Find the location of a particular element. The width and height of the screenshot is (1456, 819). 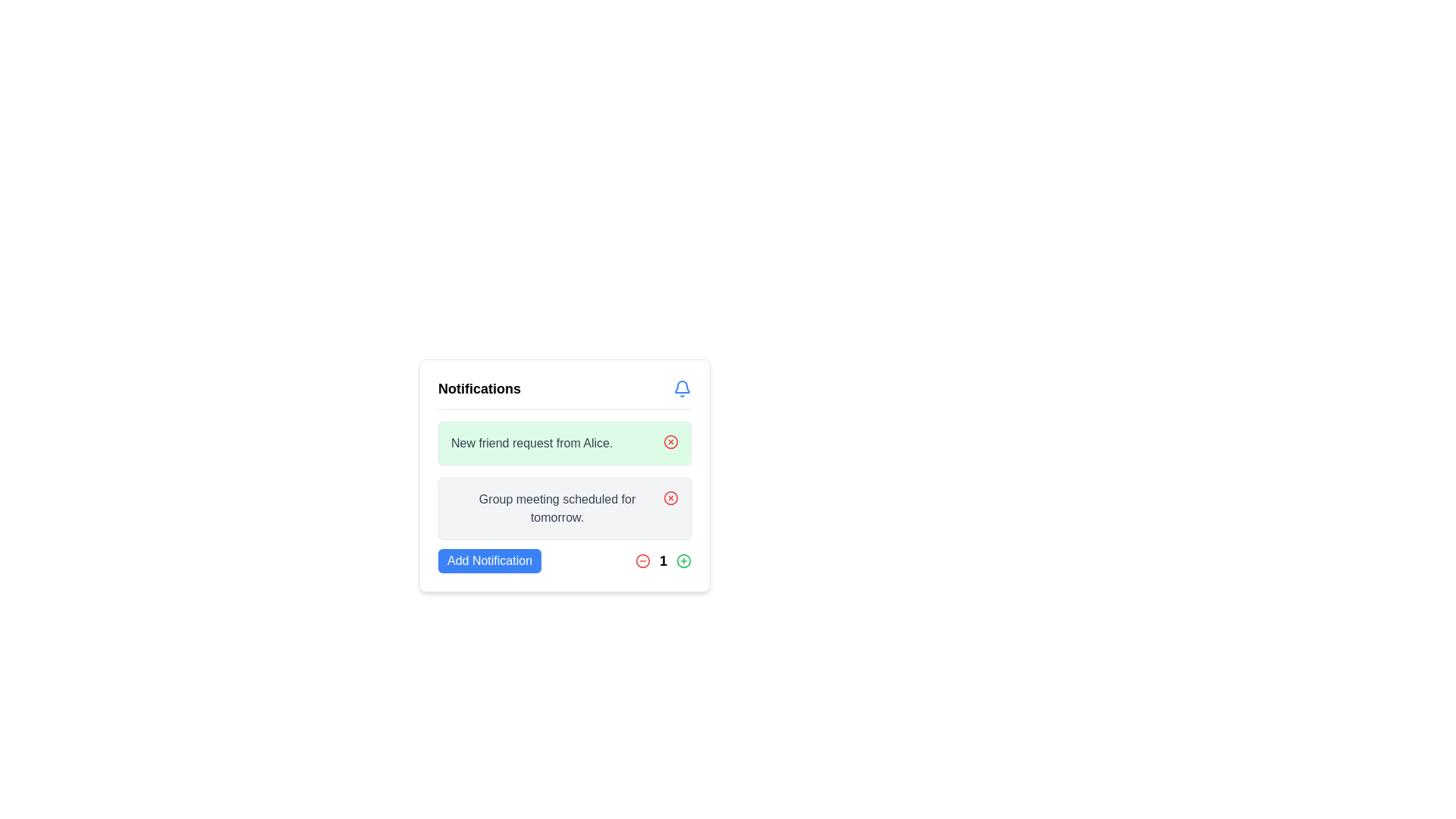

the upper portion of the blue SVG bell icon located in the top-right corner of the notification panel is located at coordinates (682, 386).